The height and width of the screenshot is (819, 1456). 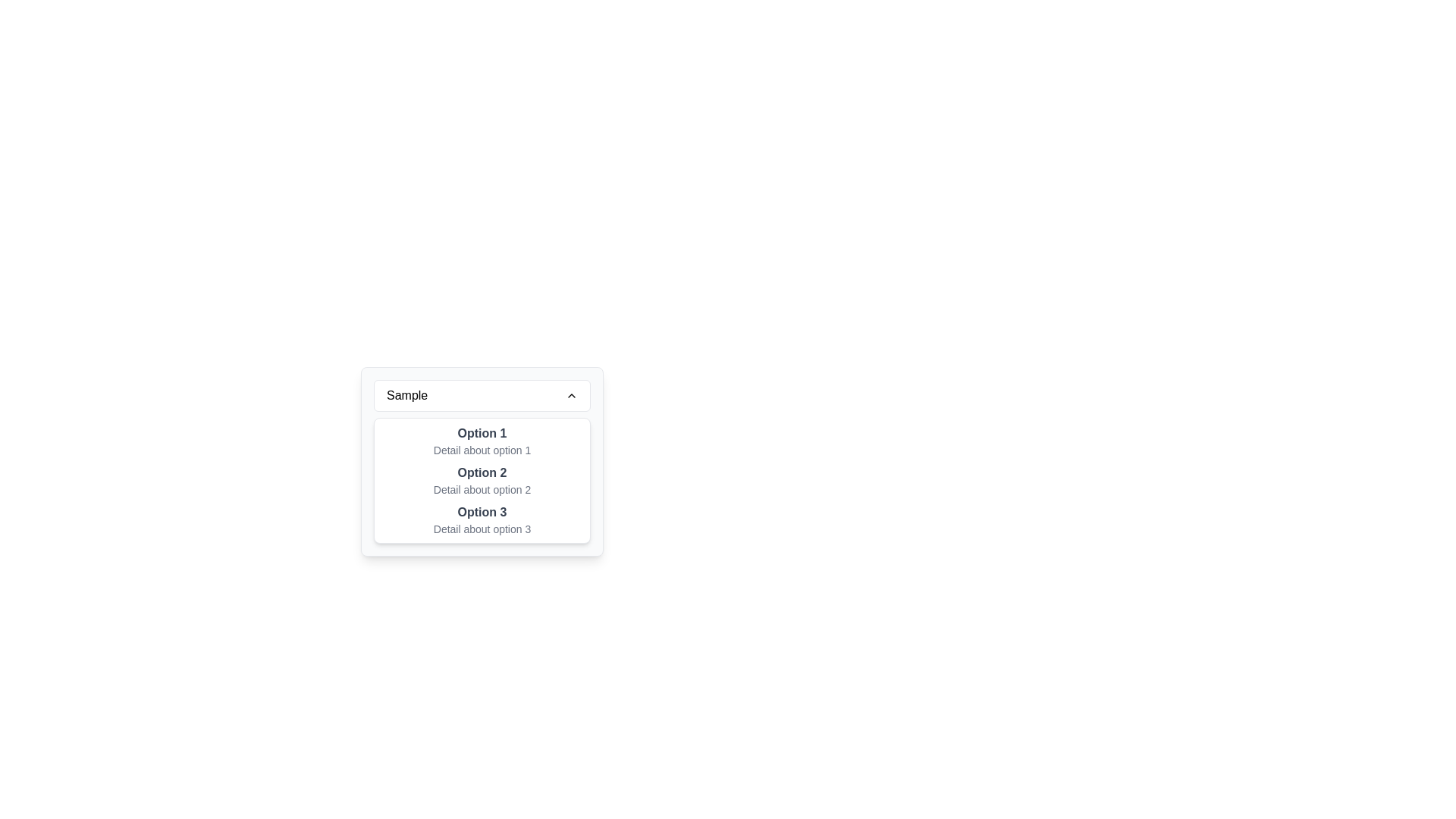 I want to click on the label providing additional descriptive information for option 2, located directly beneath the title 'Option 2', so click(x=481, y=489).